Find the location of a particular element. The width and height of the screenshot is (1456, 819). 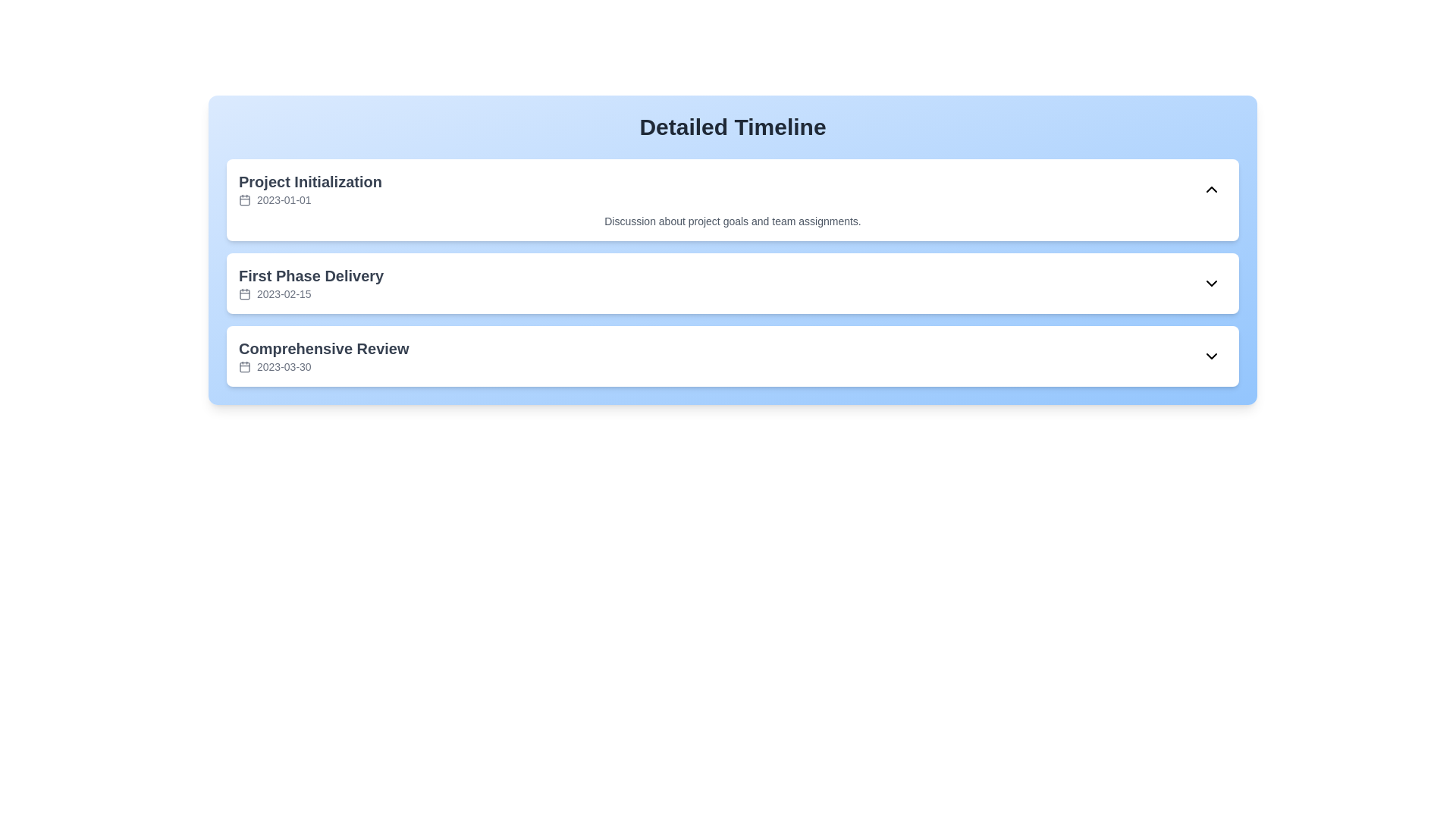

the icon representing the date for the event 'First Phase Delivery', located to the left of the date '2023-02-15' in the second event entry is located at coordinates (244, 294).